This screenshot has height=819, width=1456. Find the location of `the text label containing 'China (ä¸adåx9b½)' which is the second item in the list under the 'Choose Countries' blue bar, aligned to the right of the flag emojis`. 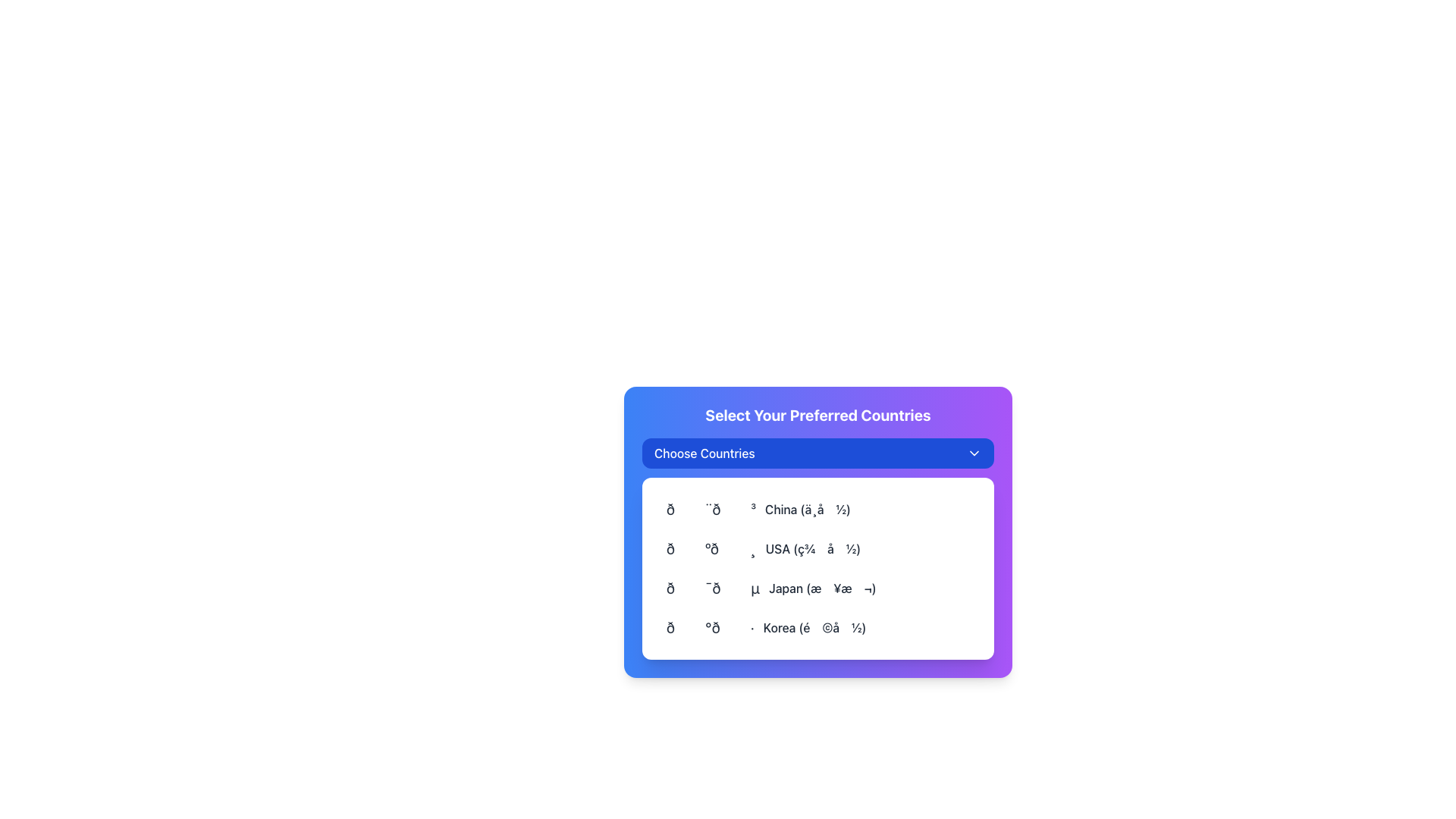

the text label containing 'China (ä¸adåx9b½)' which is the second item in the list under the 'Choose Countries' blue bar, aligned to the right of the flag emojis is located at coordinates (807, 509).